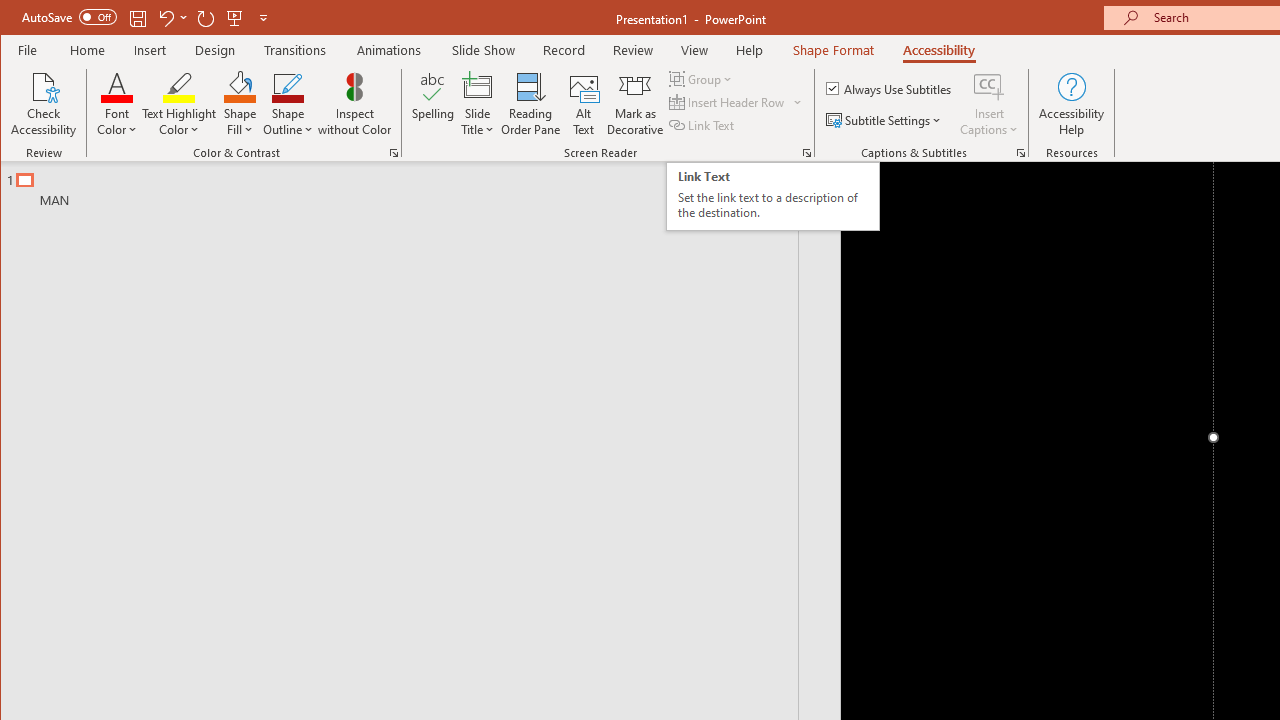 The image size is (1280, 720). Describe the element at coordinates (477, 85) in the screenshot. I see `'Slide Title'` at that location.